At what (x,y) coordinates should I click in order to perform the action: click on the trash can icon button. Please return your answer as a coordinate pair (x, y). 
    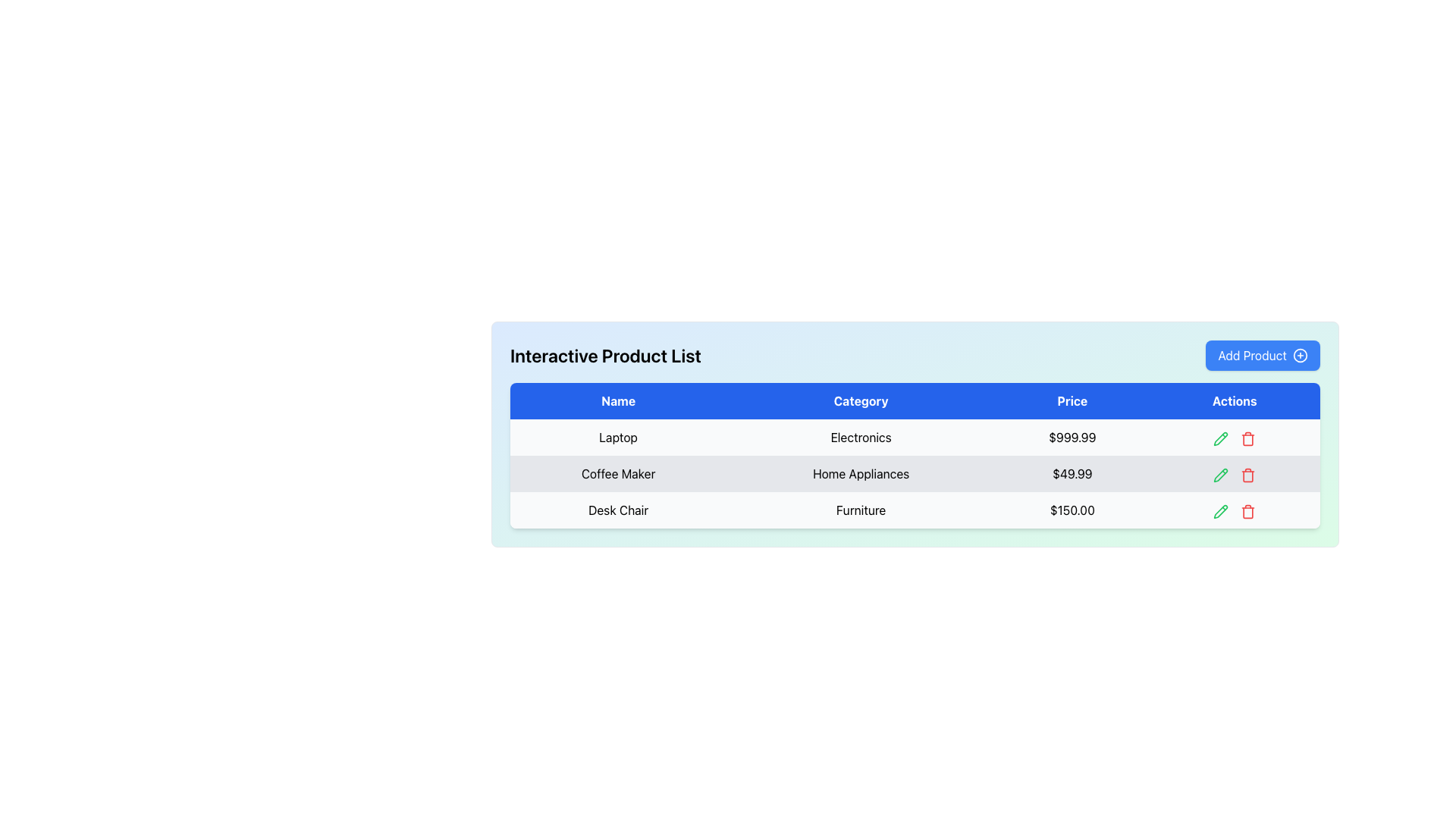
    Looking at the image, I should click on (1248, 511).